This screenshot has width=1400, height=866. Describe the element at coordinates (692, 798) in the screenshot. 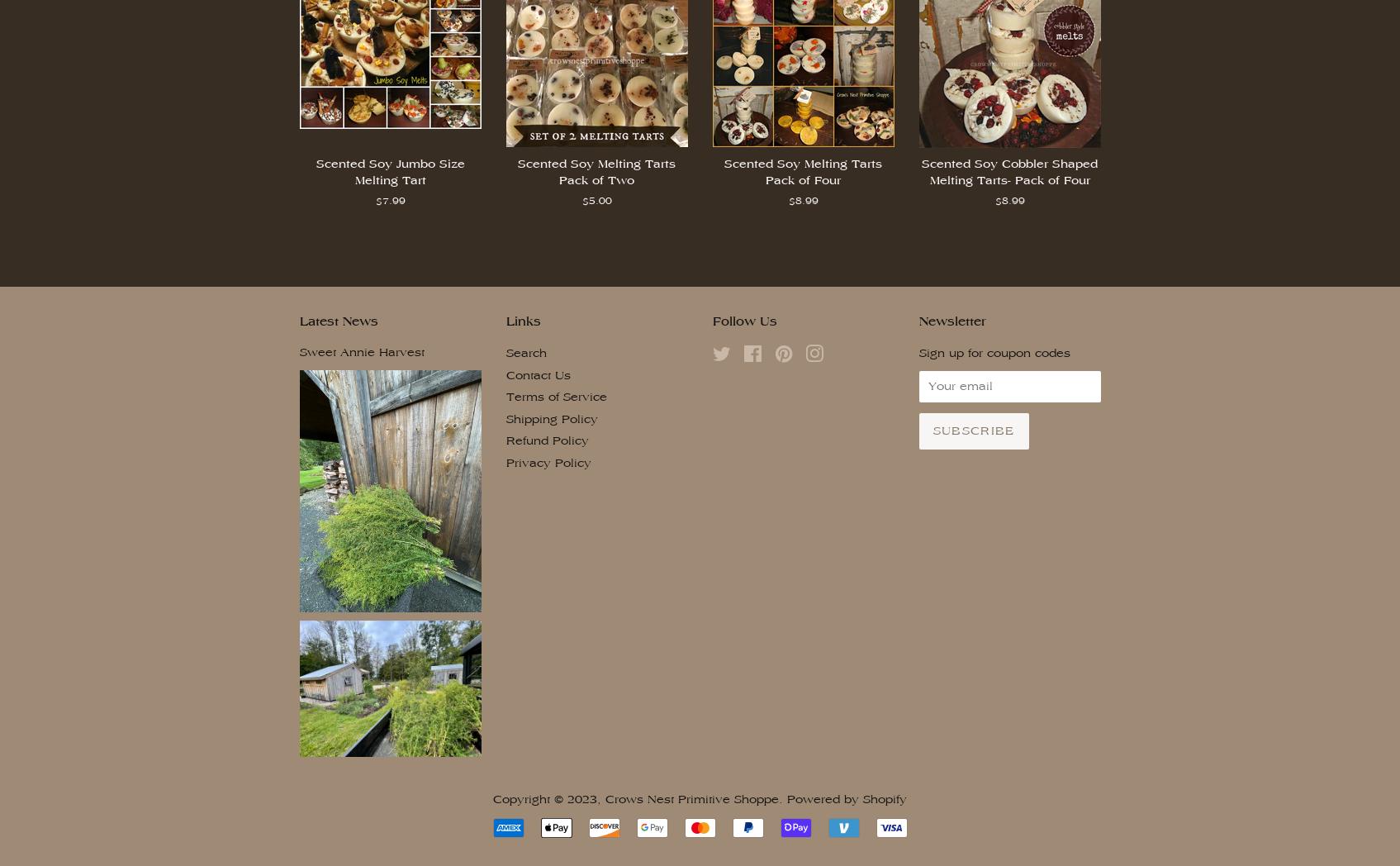

I see `'Crows Nest Primitive Shoppe'` at that location.